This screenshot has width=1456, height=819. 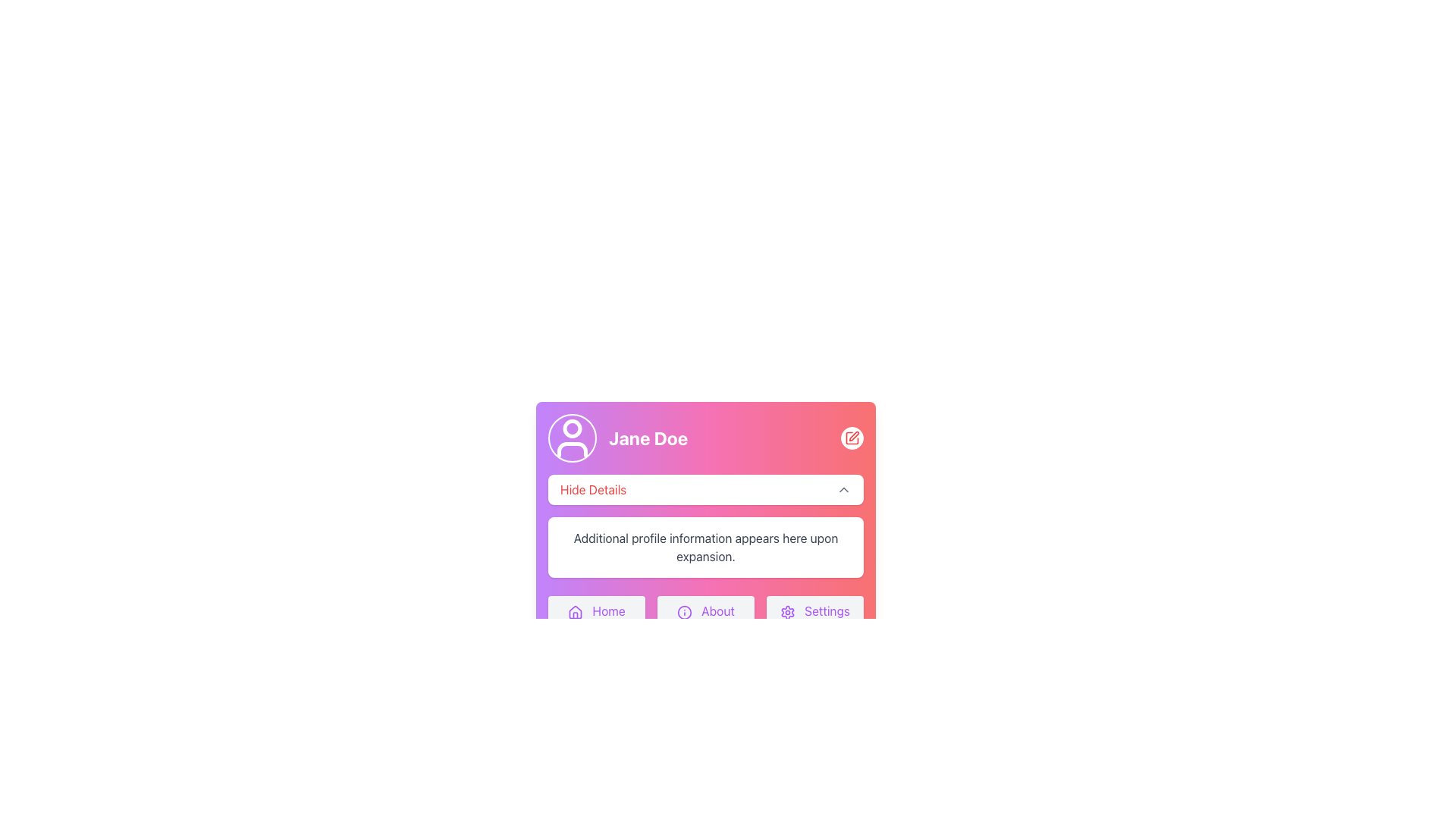 I want to click on the bold white text label 'Jane Doe' located near the user avatar icon in the header section of the user profile card, so click(x=648, y=438).